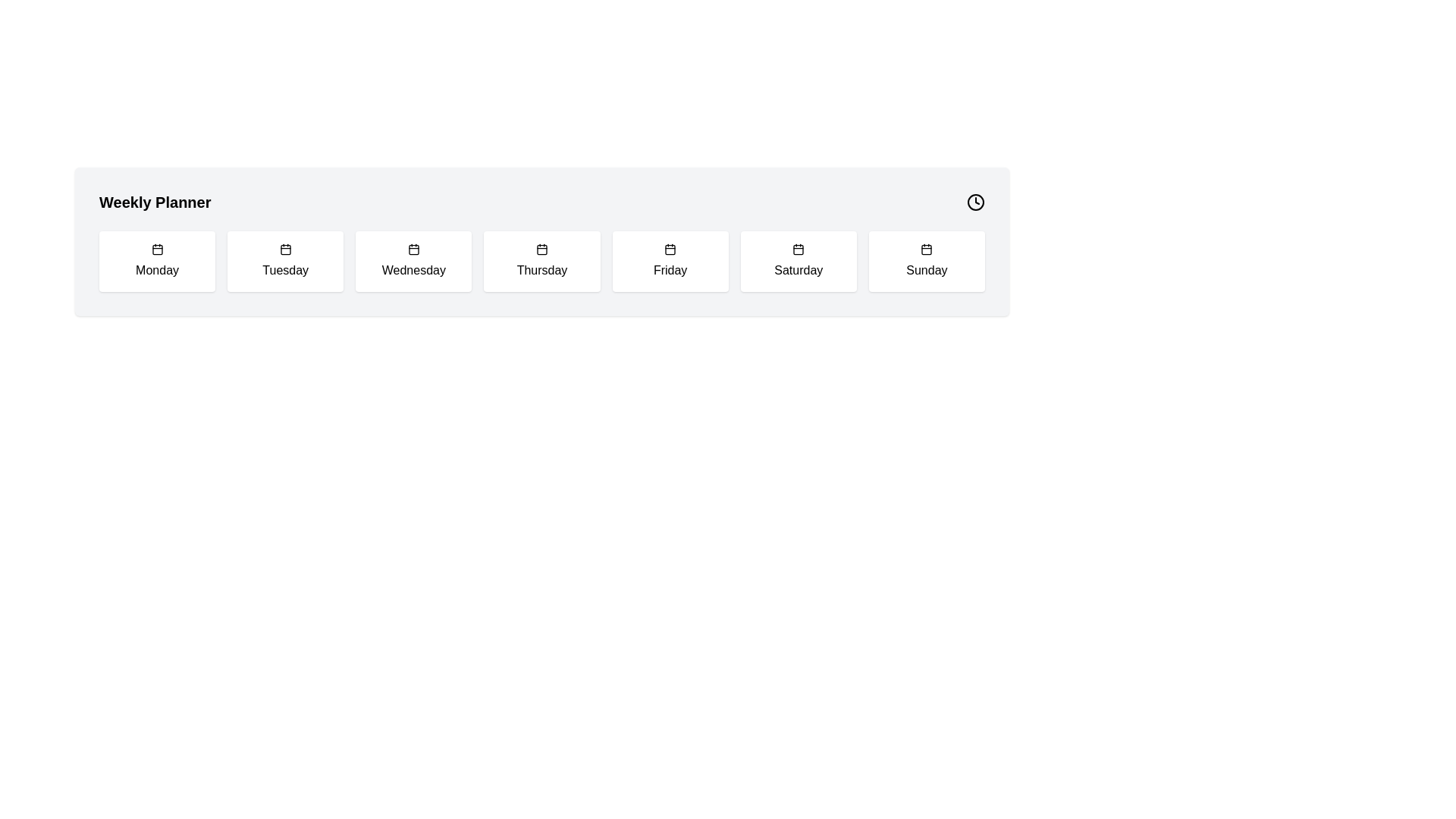  I want to click on the 'Tuesday' button in the weekly planner, so click(285, 260).